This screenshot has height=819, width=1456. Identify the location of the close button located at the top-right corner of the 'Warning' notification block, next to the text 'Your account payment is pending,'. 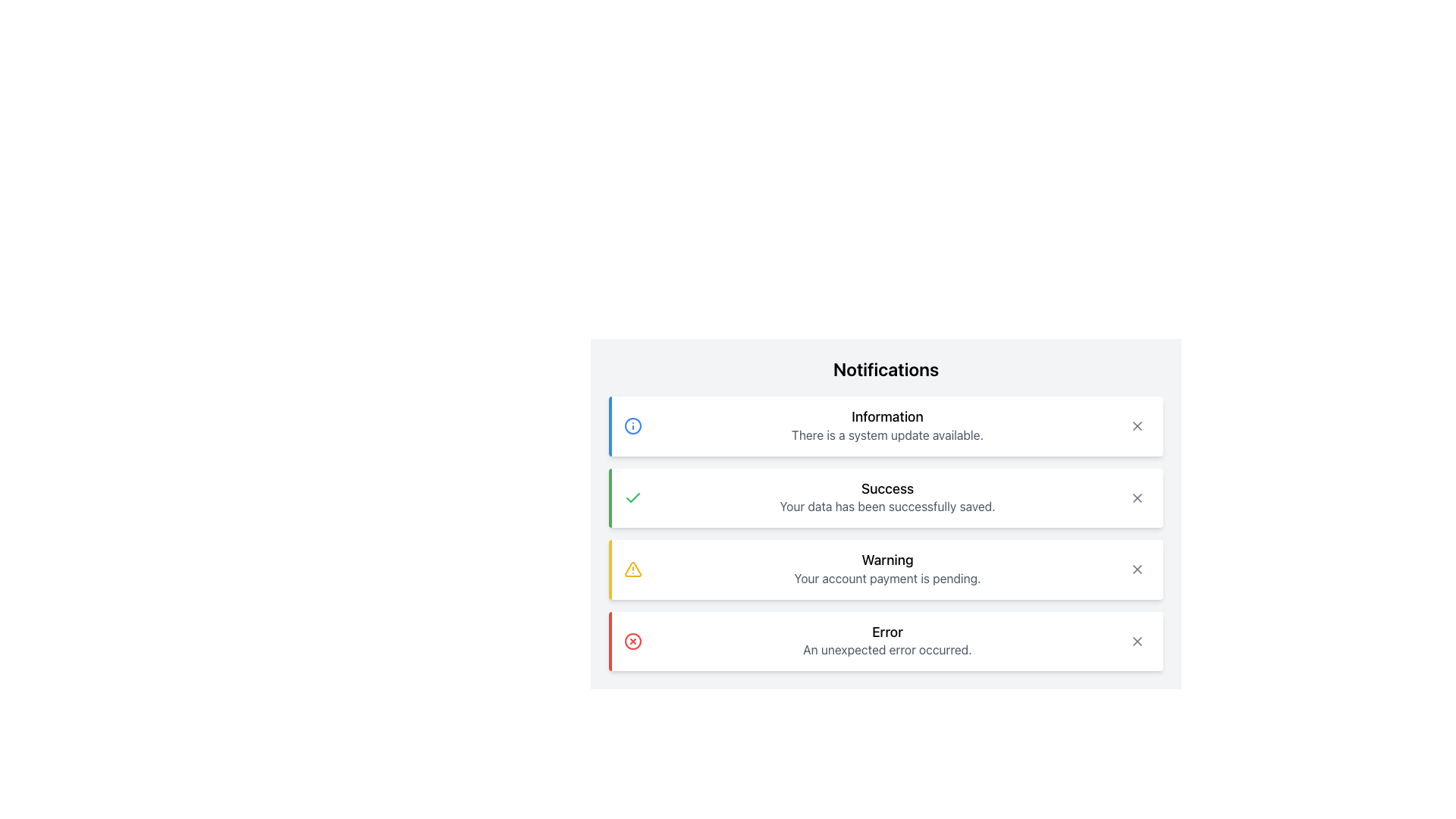
(1137, 570).